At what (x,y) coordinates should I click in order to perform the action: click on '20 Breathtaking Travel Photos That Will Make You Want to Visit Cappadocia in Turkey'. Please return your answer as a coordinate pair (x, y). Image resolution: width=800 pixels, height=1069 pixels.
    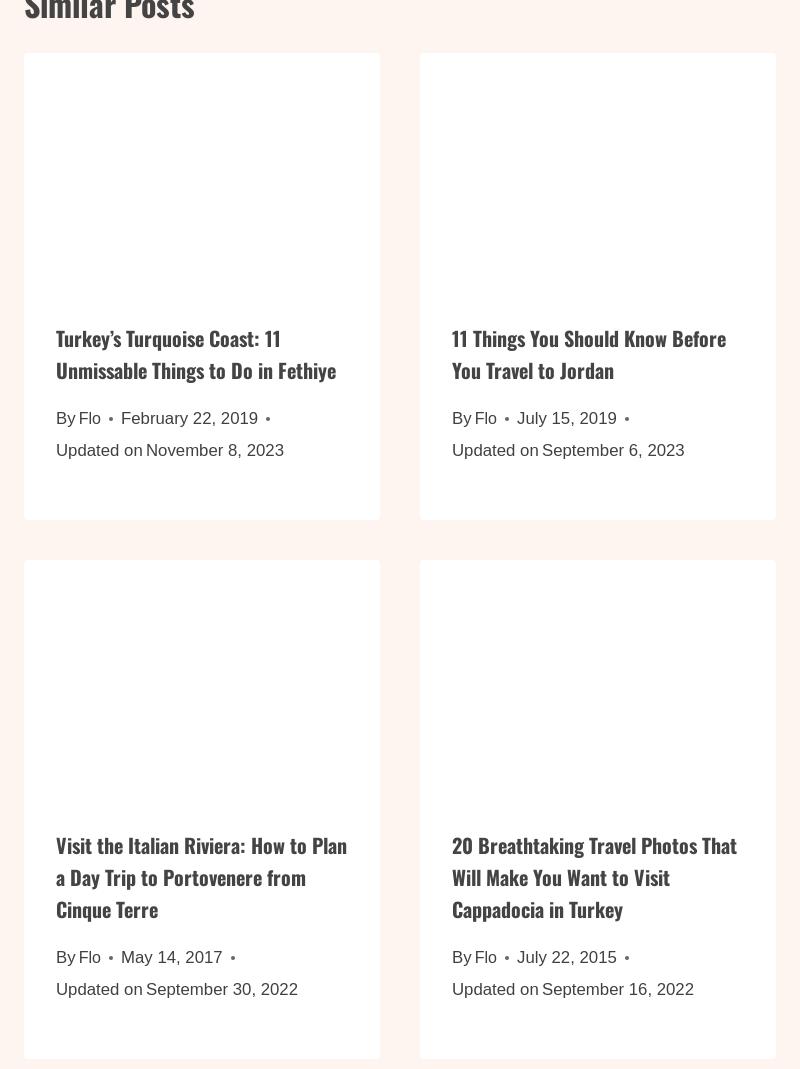
    Looking at the image, I should click on (593, 887).